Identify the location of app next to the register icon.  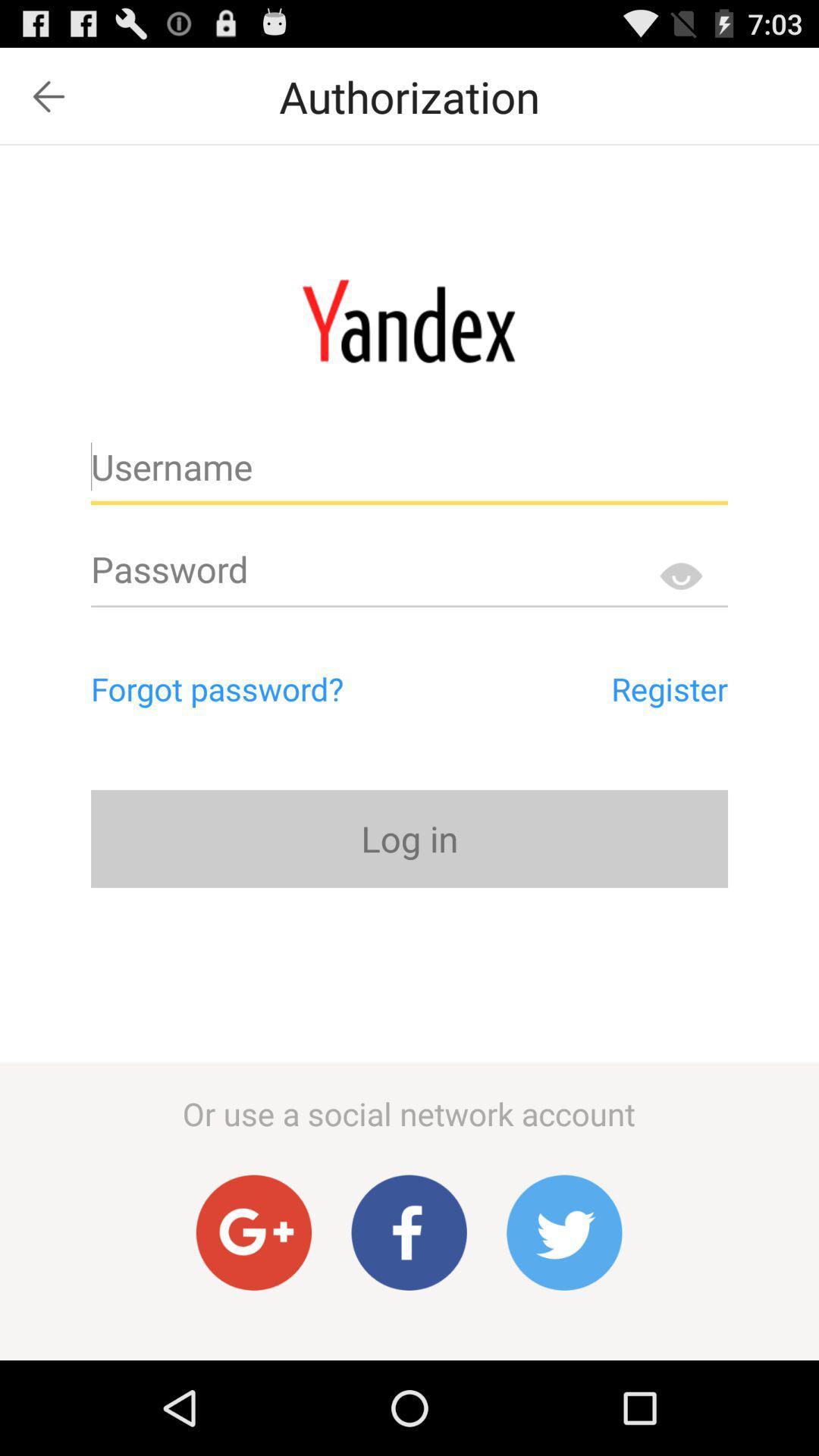
(281, 688).